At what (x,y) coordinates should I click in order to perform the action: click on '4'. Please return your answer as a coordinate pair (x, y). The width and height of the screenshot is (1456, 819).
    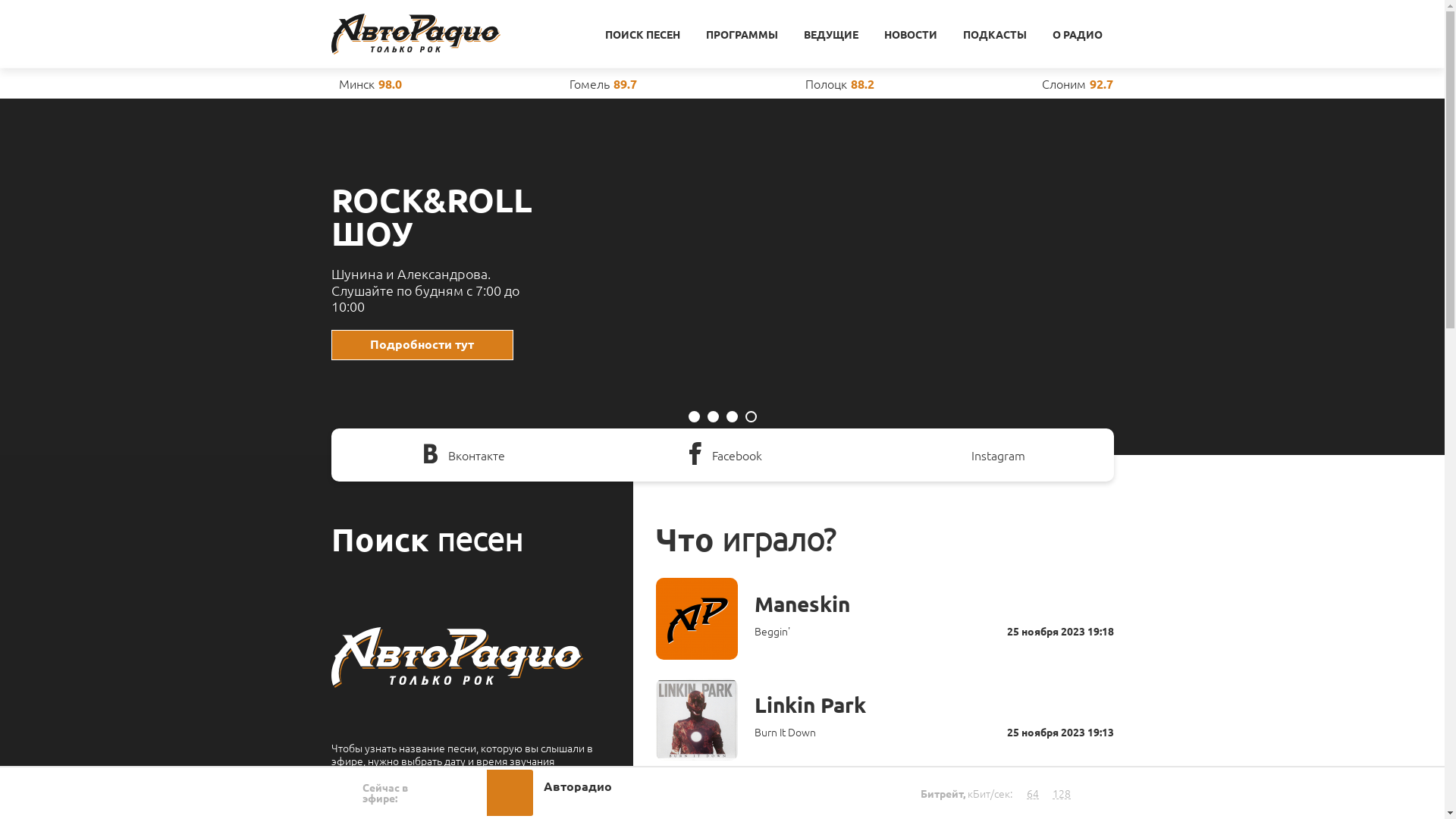
    Looking at the image, I should click on (750, 416).